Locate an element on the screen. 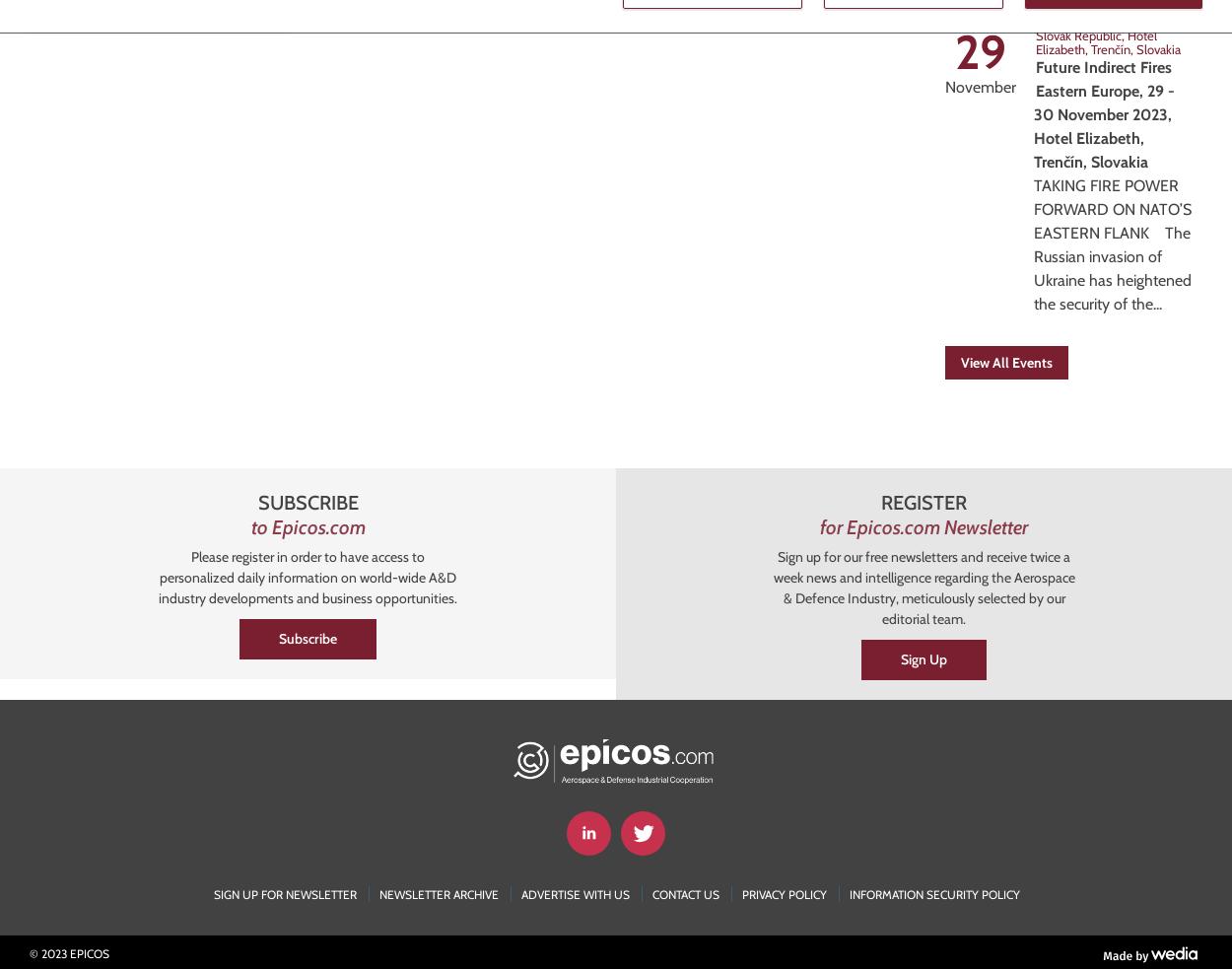 The image size is (1232, 969). 'Future Indirect Fires Eastern Europe, 29 - 30 November 2023, Hotel Elizabeth, Trenčín, Slovakia' is located at coordinates (1103, 113).